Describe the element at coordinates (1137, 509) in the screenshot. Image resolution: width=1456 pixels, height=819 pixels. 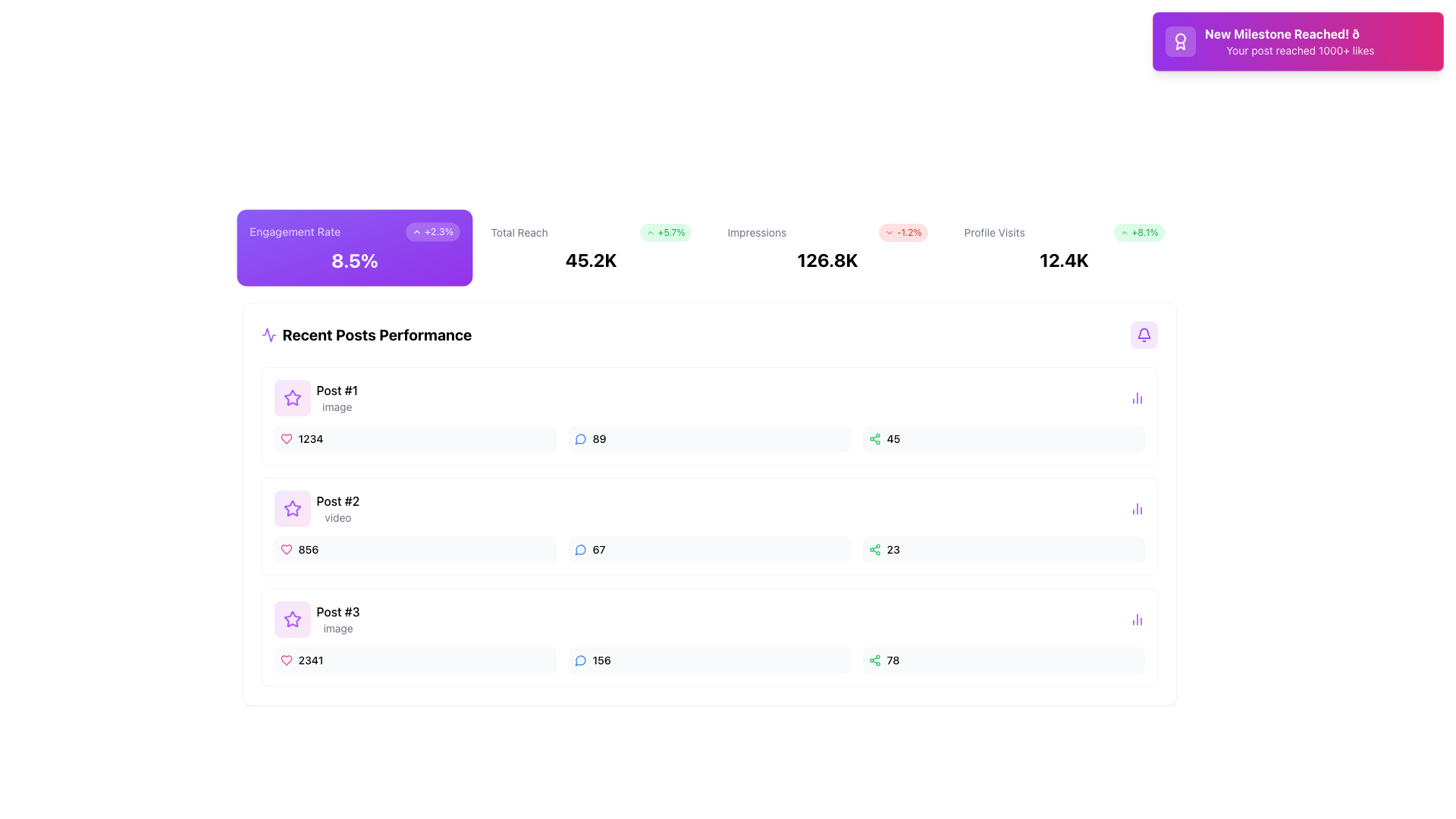
I see `the icon button located on the far right of the row for 'Post #2' in the 'Recent Posts Performance' section` at that location.